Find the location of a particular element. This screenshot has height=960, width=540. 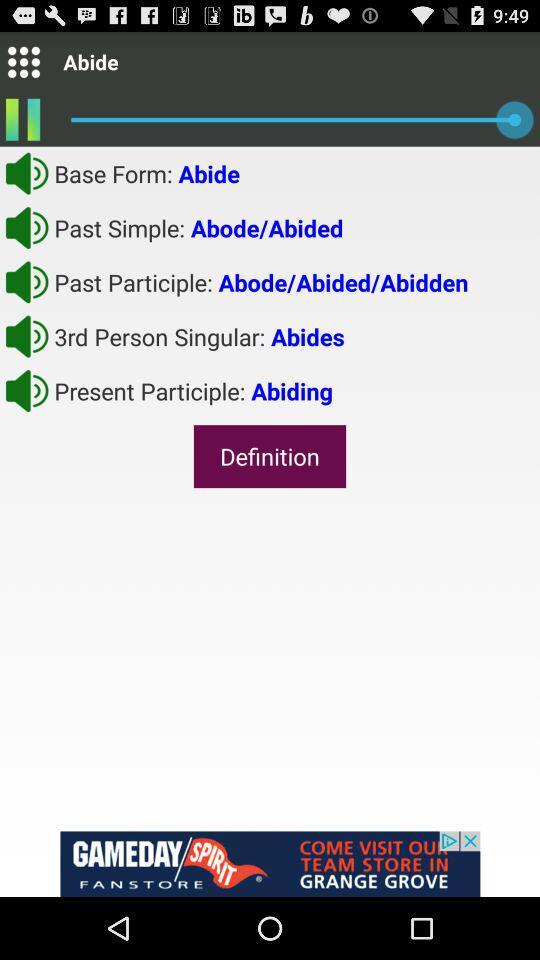

advertisement on the page is located at coordinates (270, 863).